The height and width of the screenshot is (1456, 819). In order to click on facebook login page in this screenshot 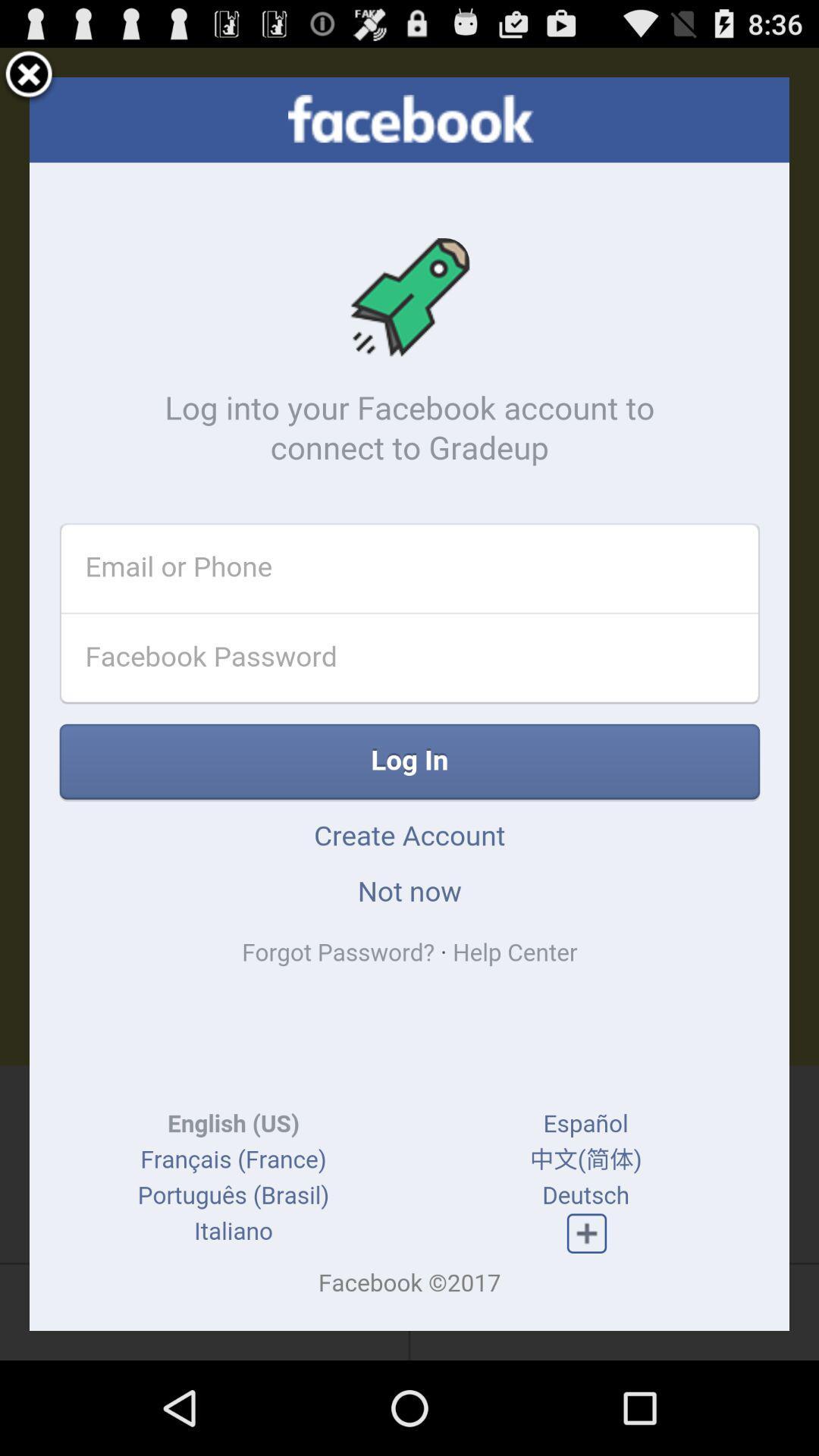, I will do `click(409, 703)`.